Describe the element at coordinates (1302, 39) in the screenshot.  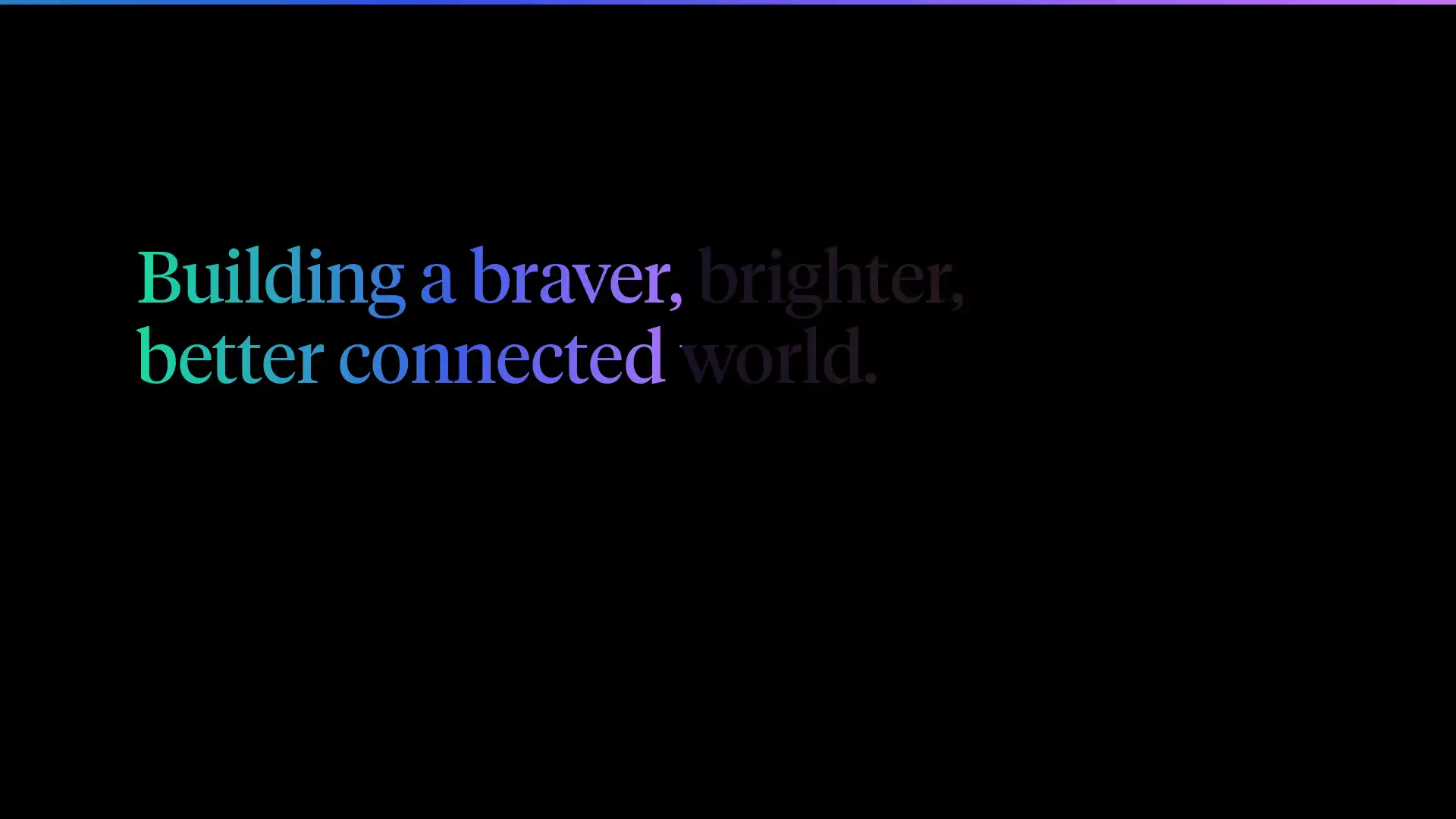
I see `Menu Button` at that location.